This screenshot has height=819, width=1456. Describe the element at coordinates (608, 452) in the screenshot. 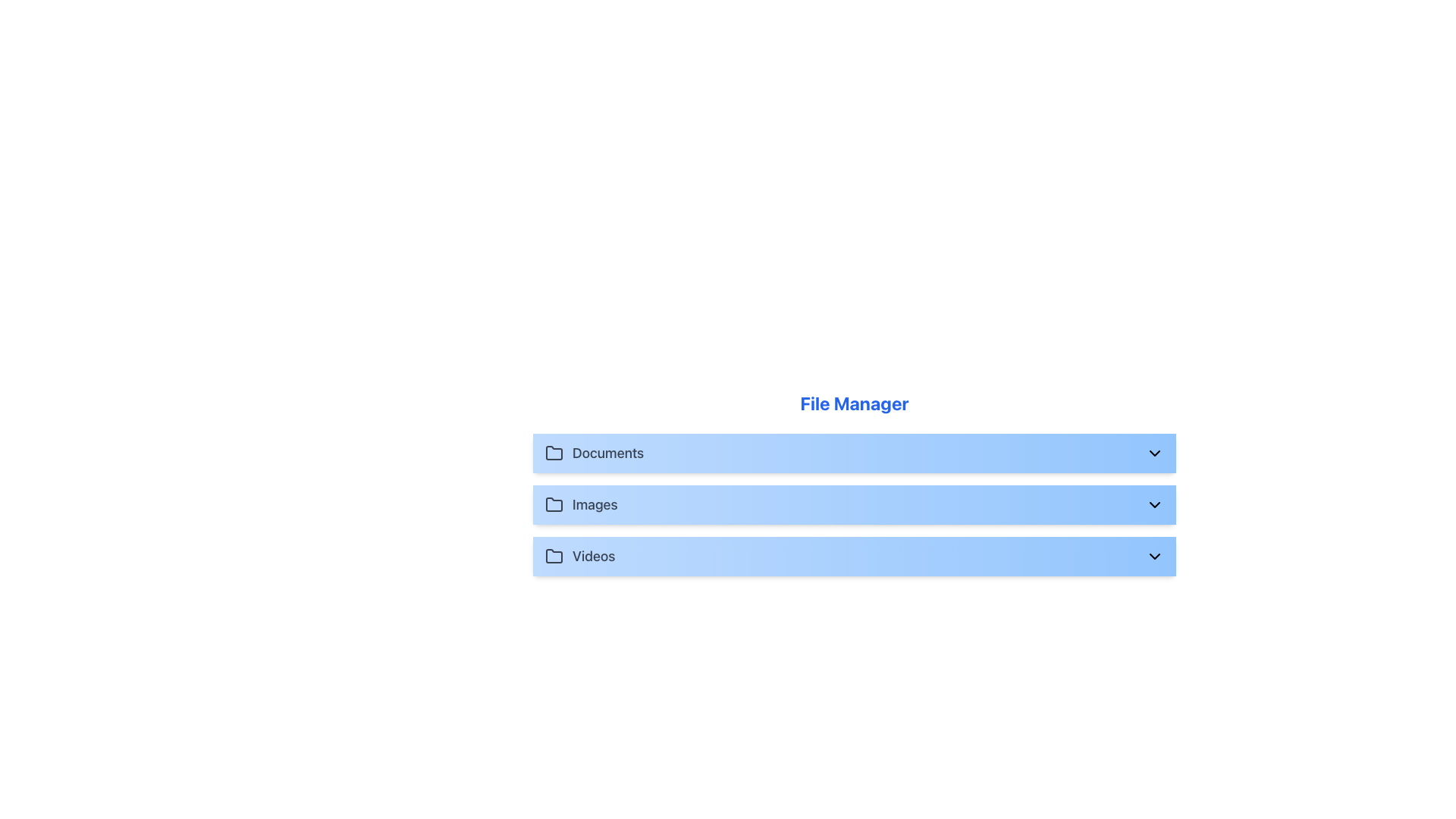

I see `the 'Documents' text label which is styled with a medium-sized font and light gray color, located in the top entry of the vertical list under 'File Manager', to the right of a folder icon` at that location.